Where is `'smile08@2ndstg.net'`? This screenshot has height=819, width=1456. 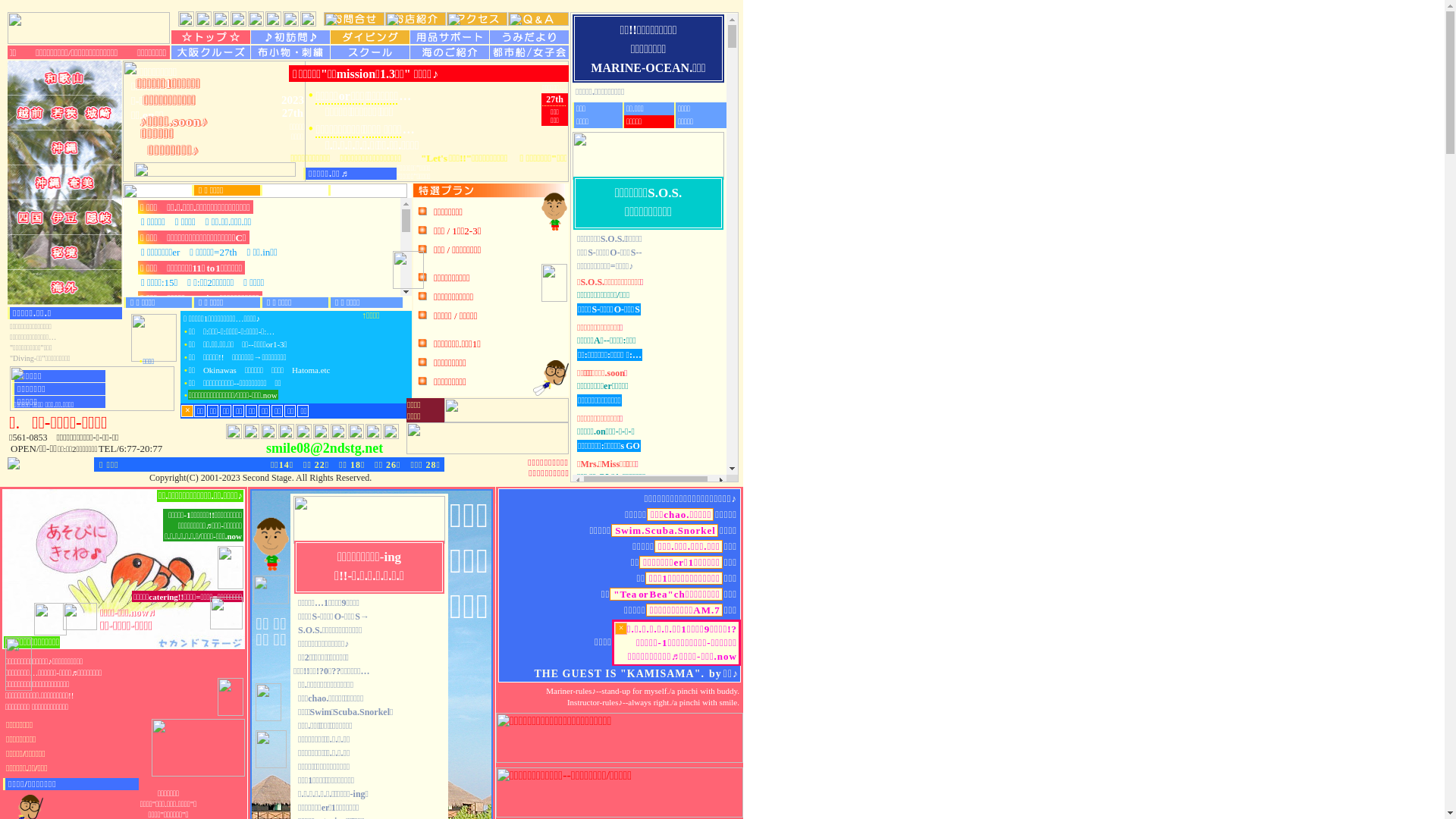
'smile08@2ndstg.net' is located at coordinates (265, 447).